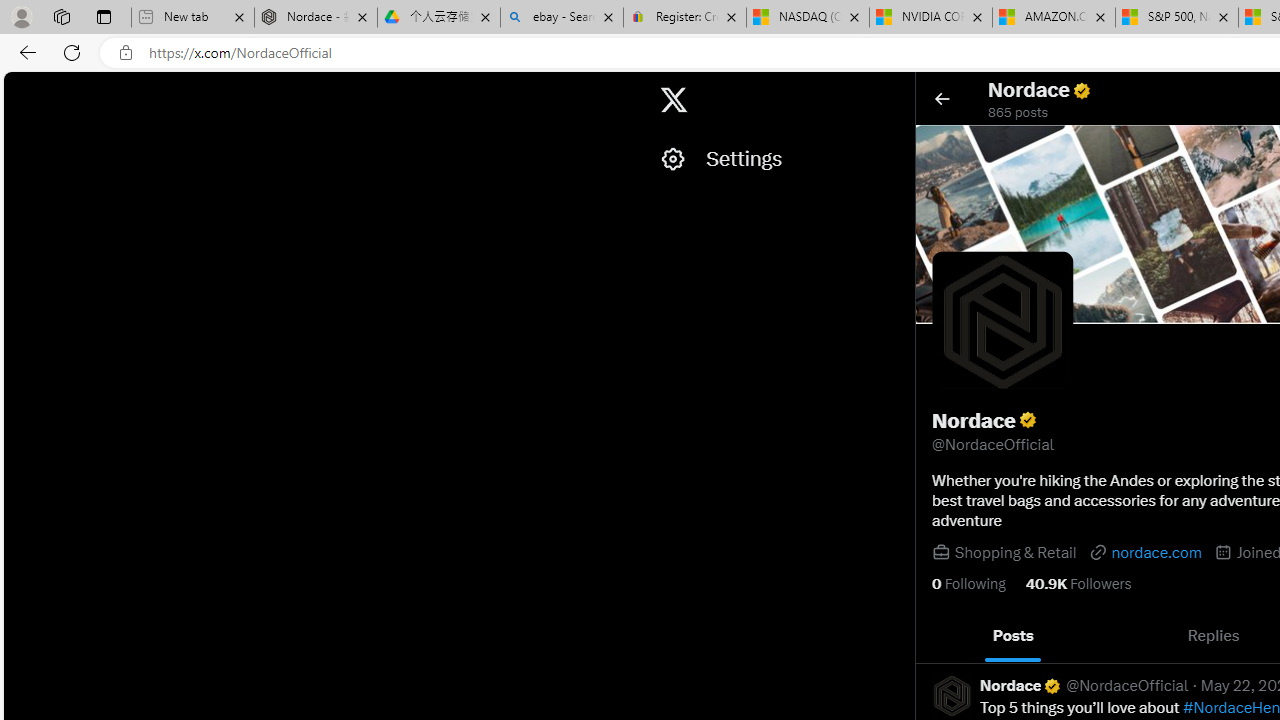 The width and height of the screenshot is (1280, 720). I want to click on 'Shopping & Retail', so click(1015, 552).